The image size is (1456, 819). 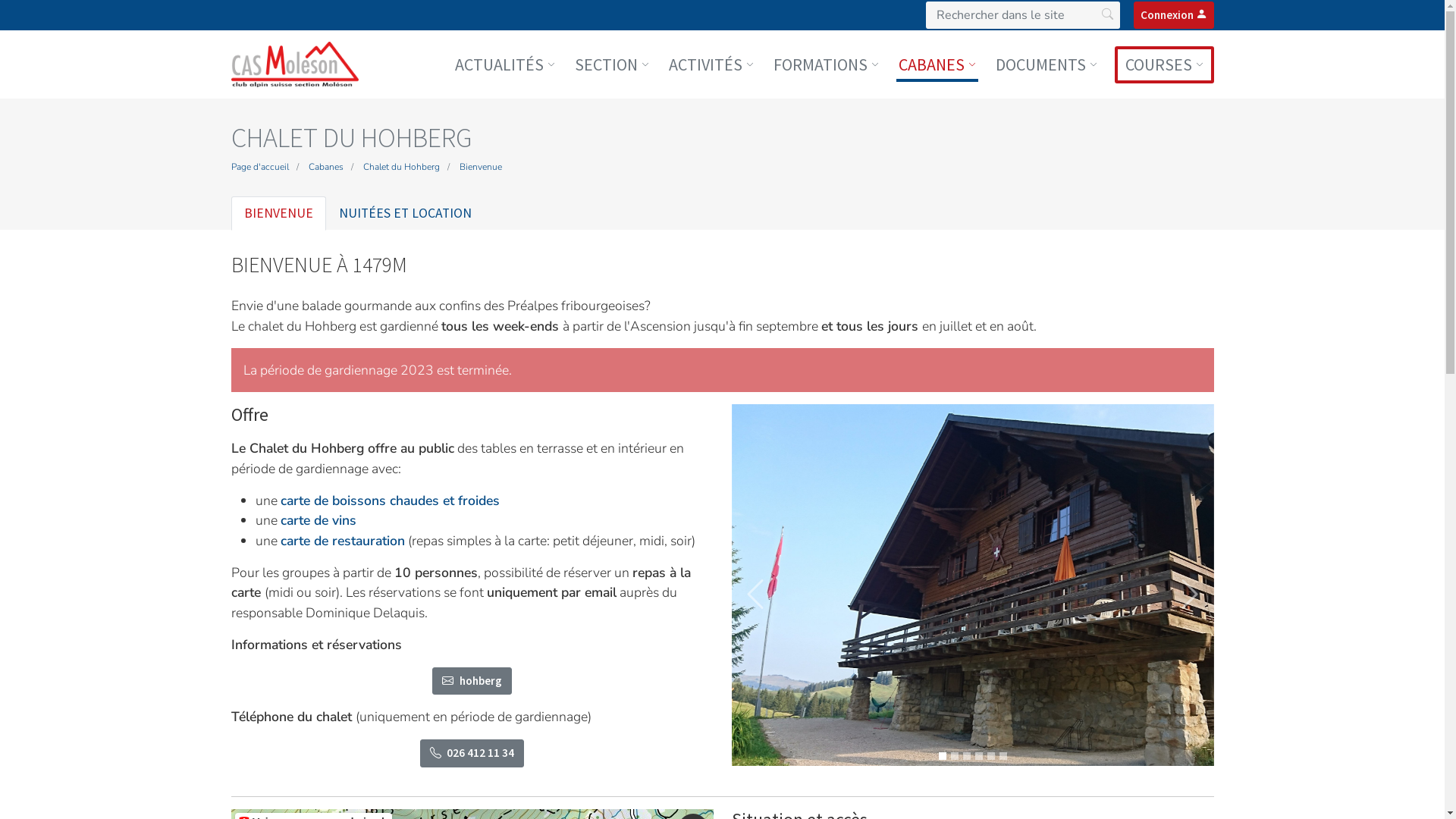 What do you see at coordinates (280, 519) in the screenshot?
I see `'carte de vins'` at bounding box center [280, 519].